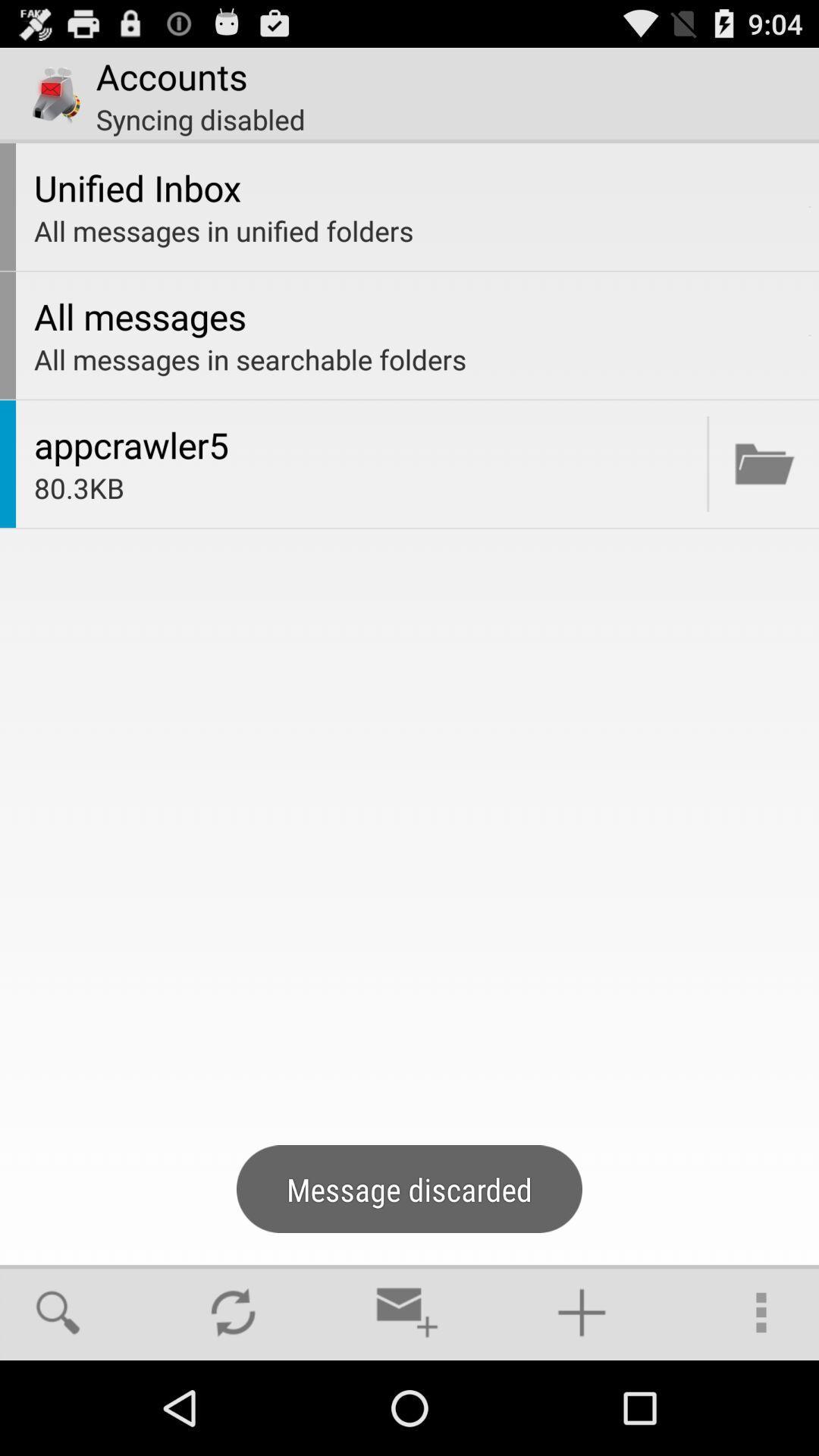 Image resolution: width=819 pixels, height=1456 pixels. I want to click on message discarded, so click(764, 463).